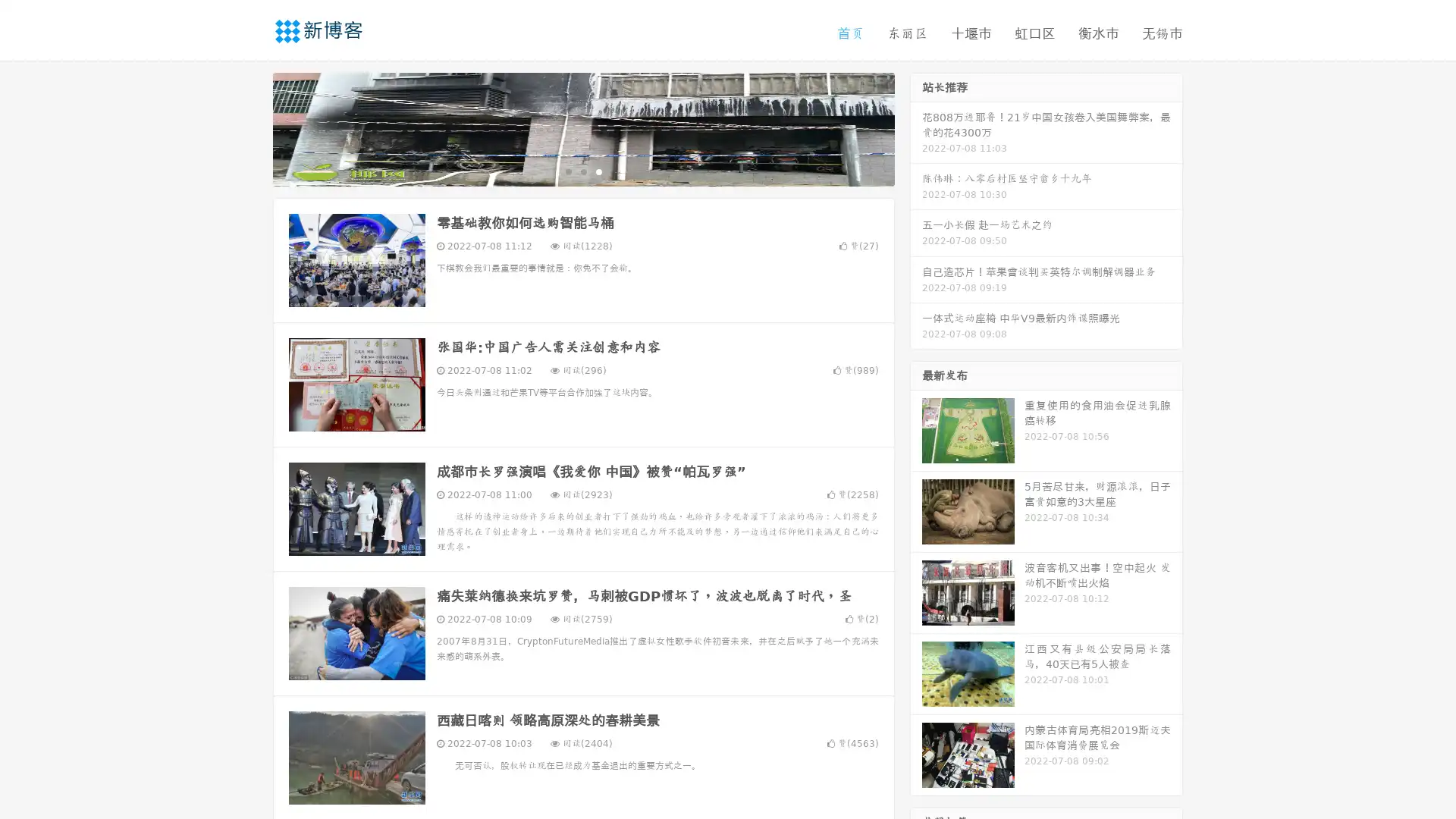 The height and width of the screenshot is (819, 1456). Describe the element at coordinates (250, 127) in the screenshot. I see `Previous slide` at that location.